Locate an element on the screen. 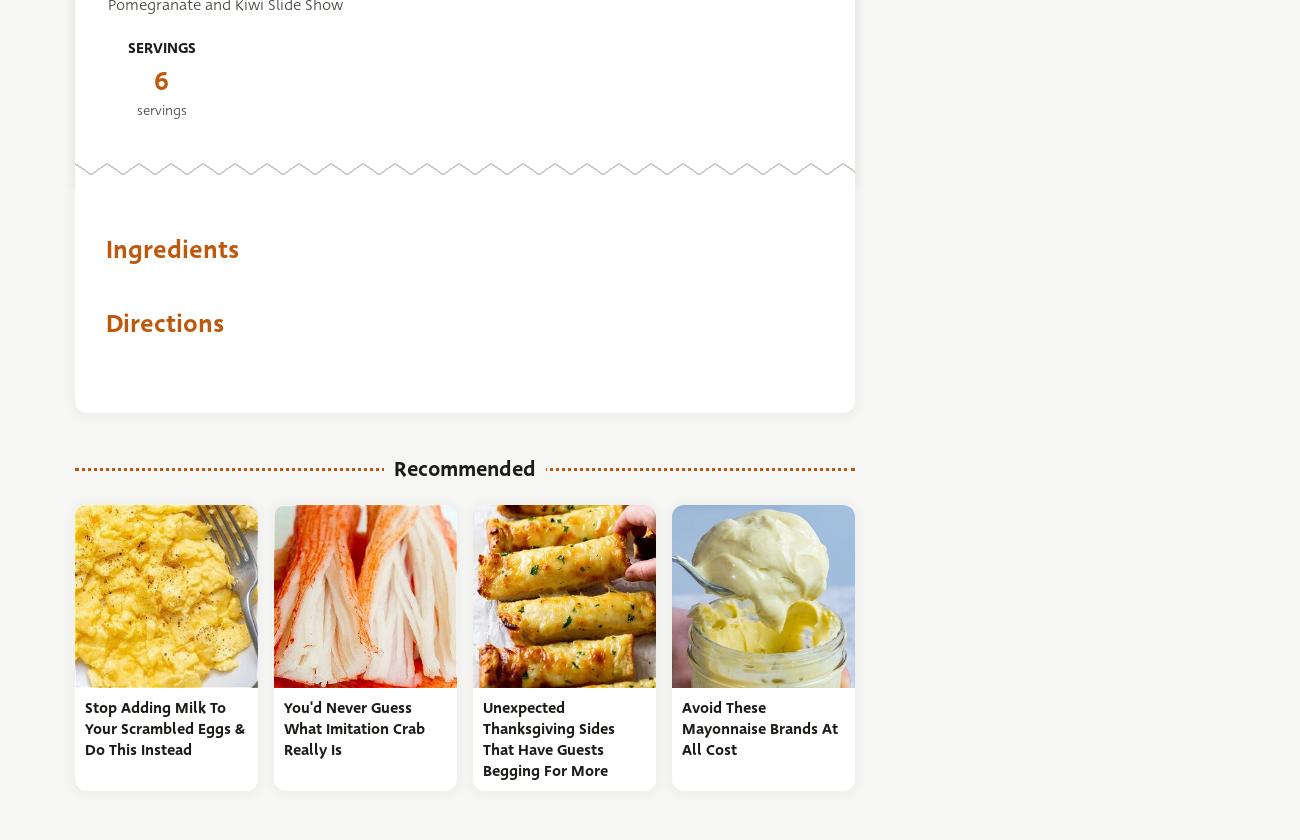  'Avoid These Mayonnaise Brands At All Cost' is located at coordinates (758, 728).